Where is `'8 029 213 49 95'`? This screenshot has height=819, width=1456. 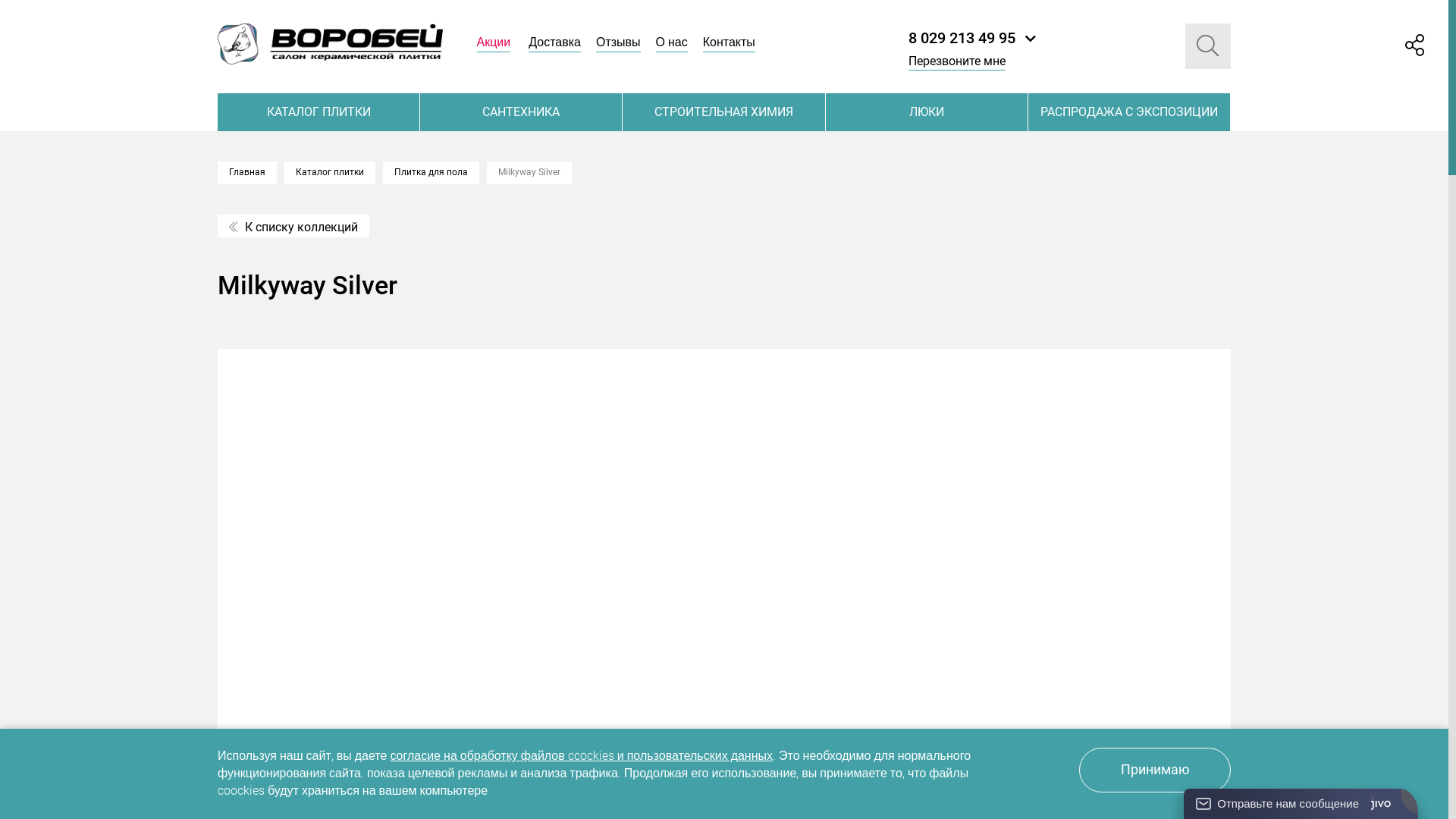
'8 029 213 49 95' is located at coordinates (971, 37).